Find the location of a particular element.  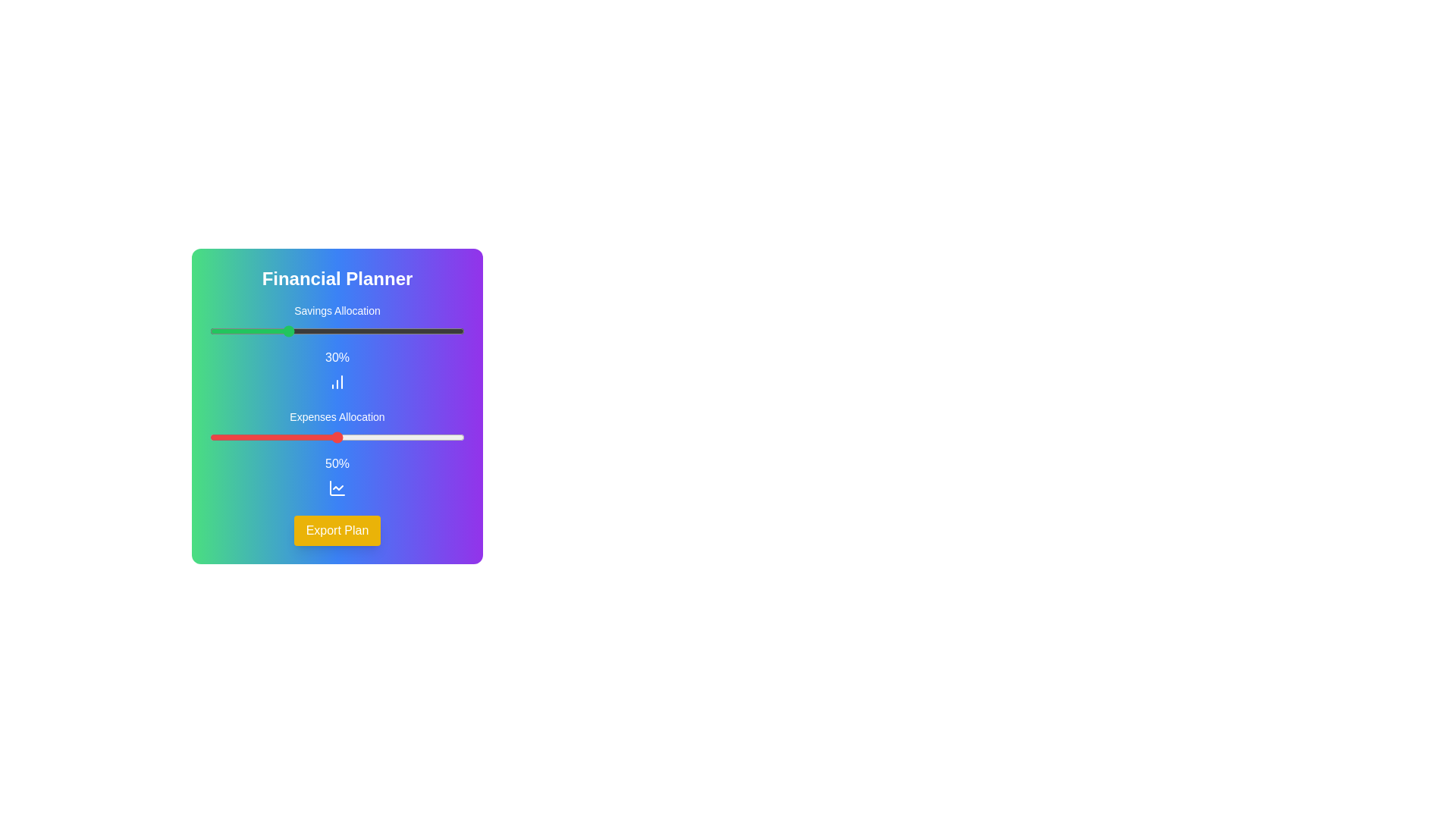

the savings allocation slider is located at coordinates (281, 330).